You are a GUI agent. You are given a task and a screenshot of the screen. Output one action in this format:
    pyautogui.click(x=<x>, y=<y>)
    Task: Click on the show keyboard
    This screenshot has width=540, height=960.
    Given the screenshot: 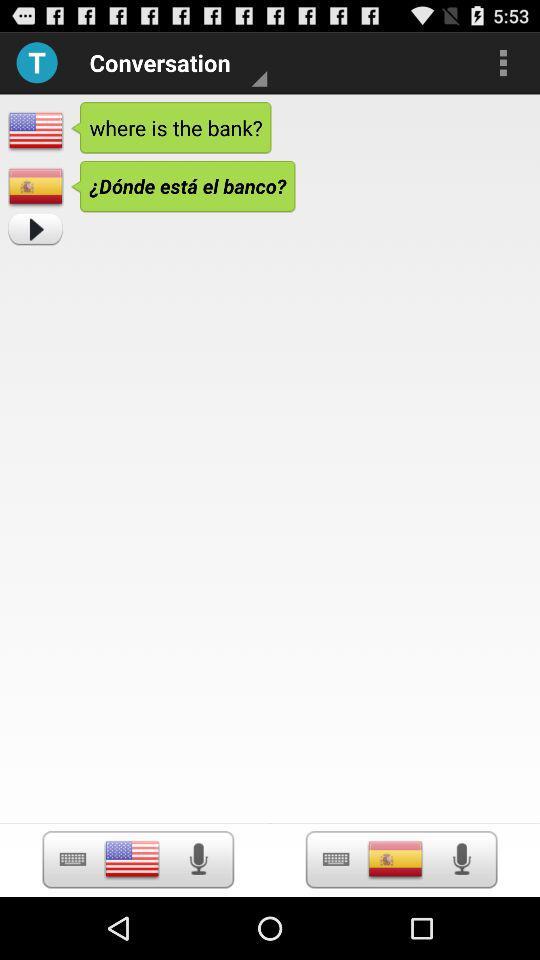 What is the action you would take?
    pyautogui.click(x=71, y=858)
    